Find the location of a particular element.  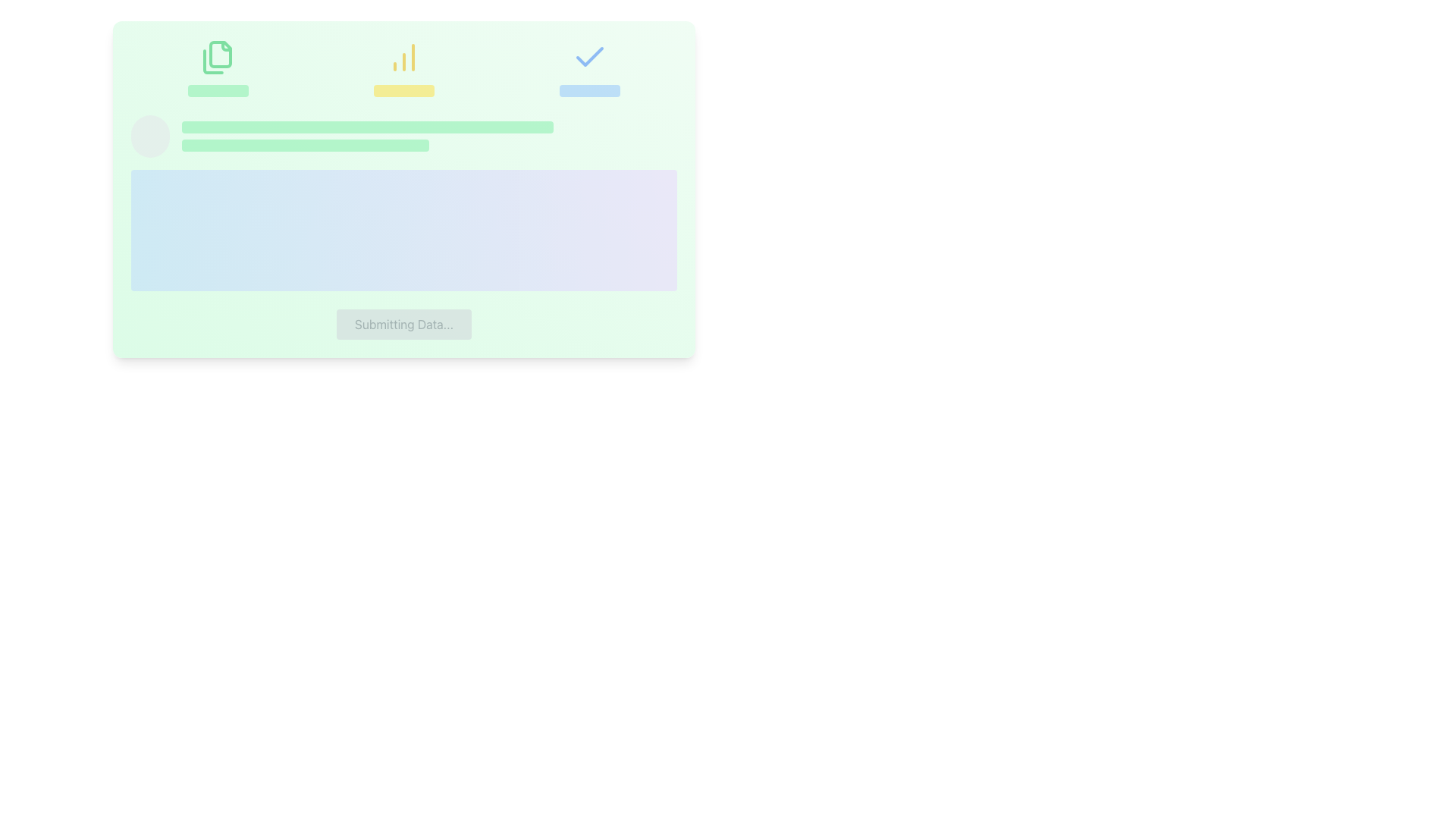

the animated effect of the loading placeholder, which consists of a green upper rectangle and a shorter lower rectangle, positioned to the right of a circular placeholder is located at coordinates (428, 136).